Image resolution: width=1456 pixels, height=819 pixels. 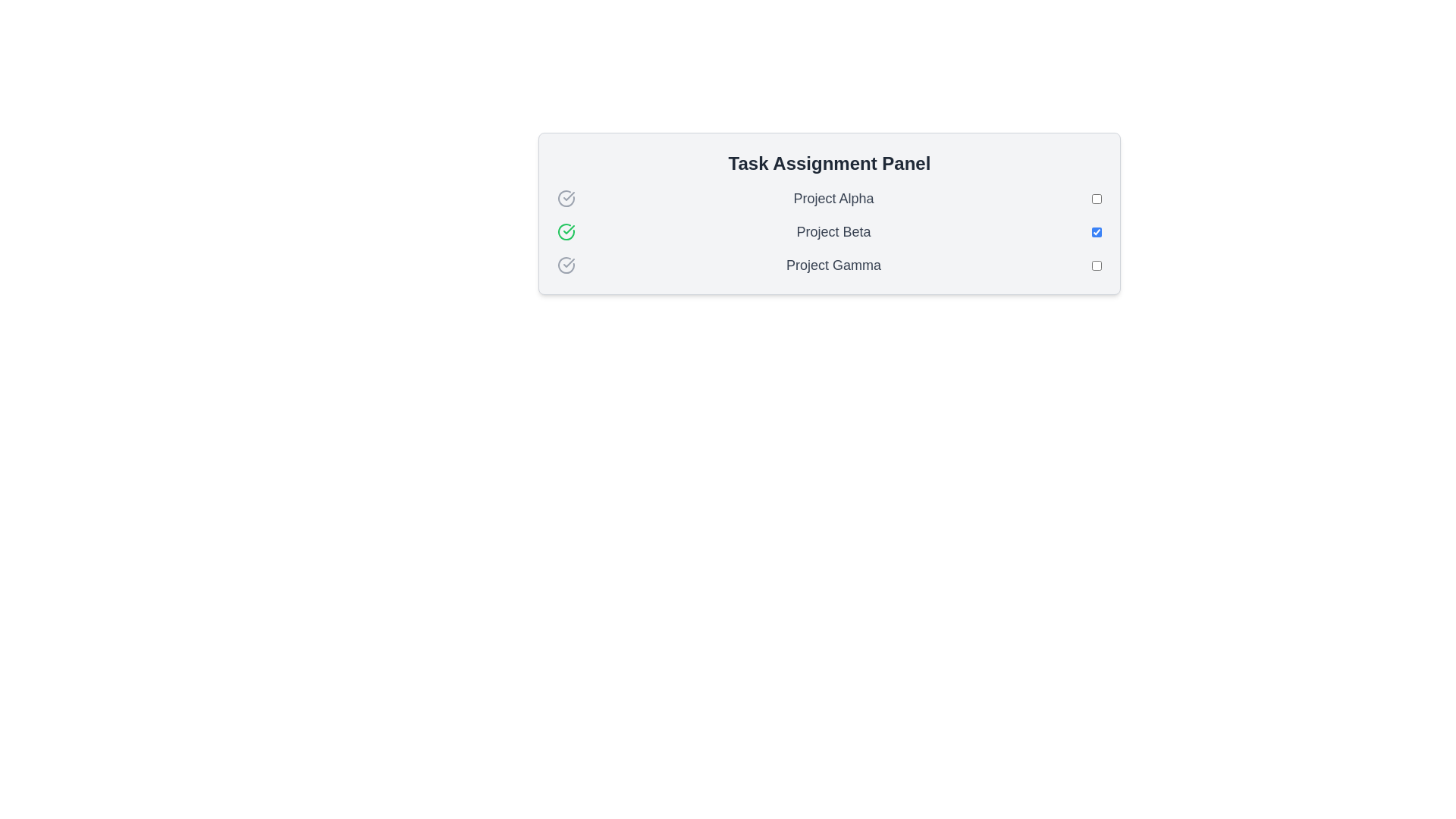 I want to click on the 'Task Assignment Panel', so click(x=829, y=213).